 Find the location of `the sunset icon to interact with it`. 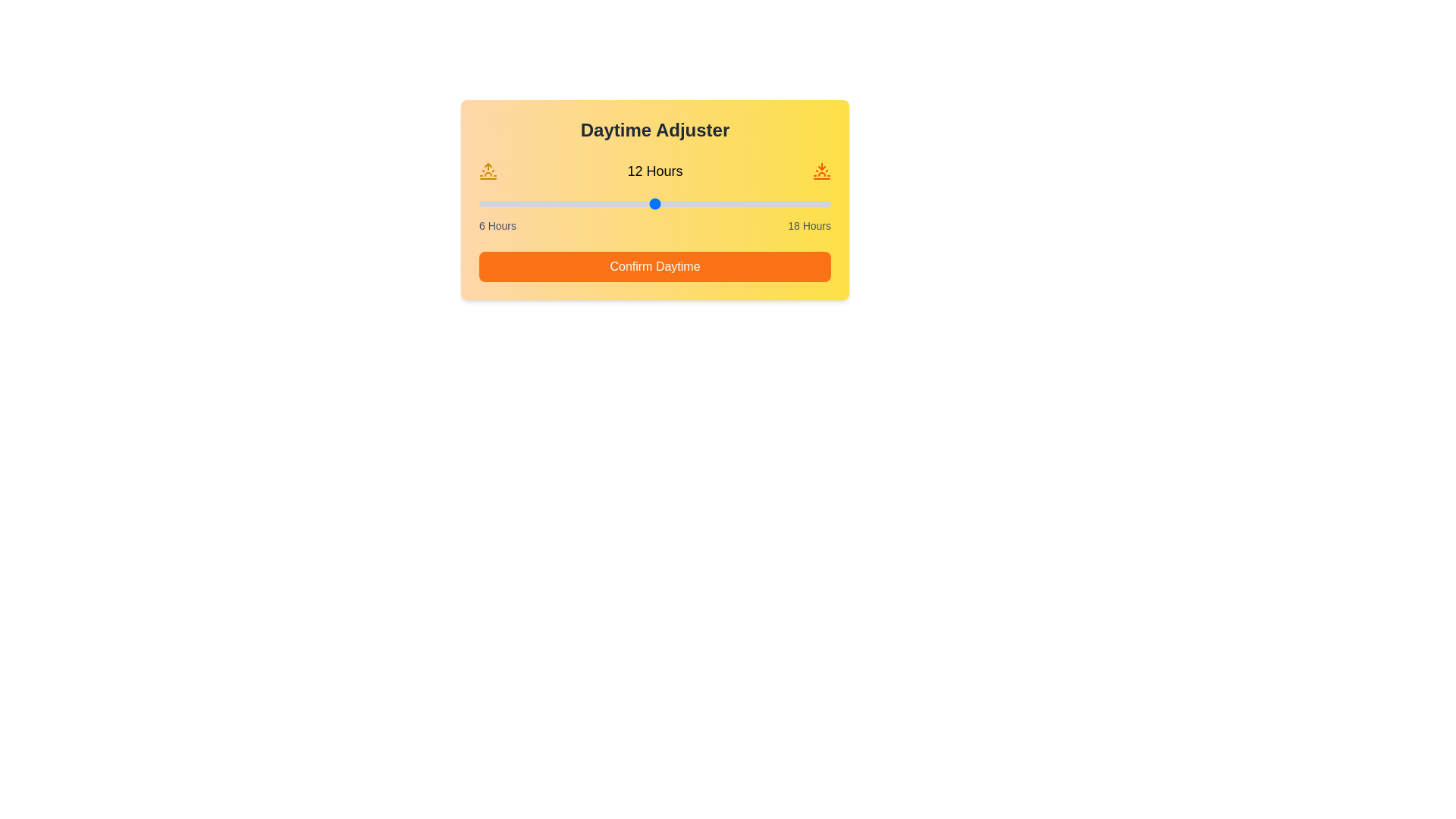

the sunset icon to interact with it is located at coordinates (821, 171).